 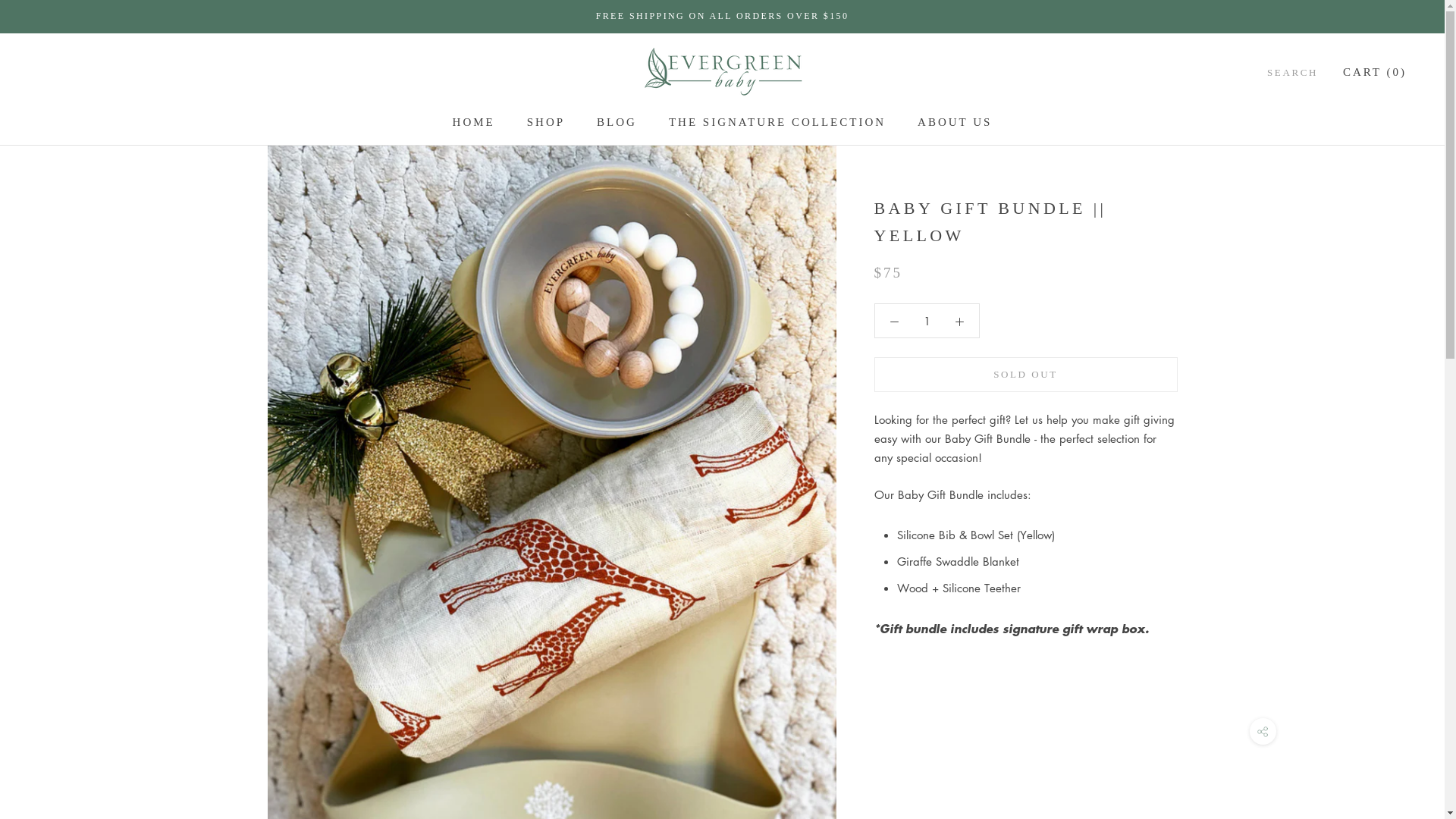 I want to click on 'SEARCH', so click(x=1291, y=72).